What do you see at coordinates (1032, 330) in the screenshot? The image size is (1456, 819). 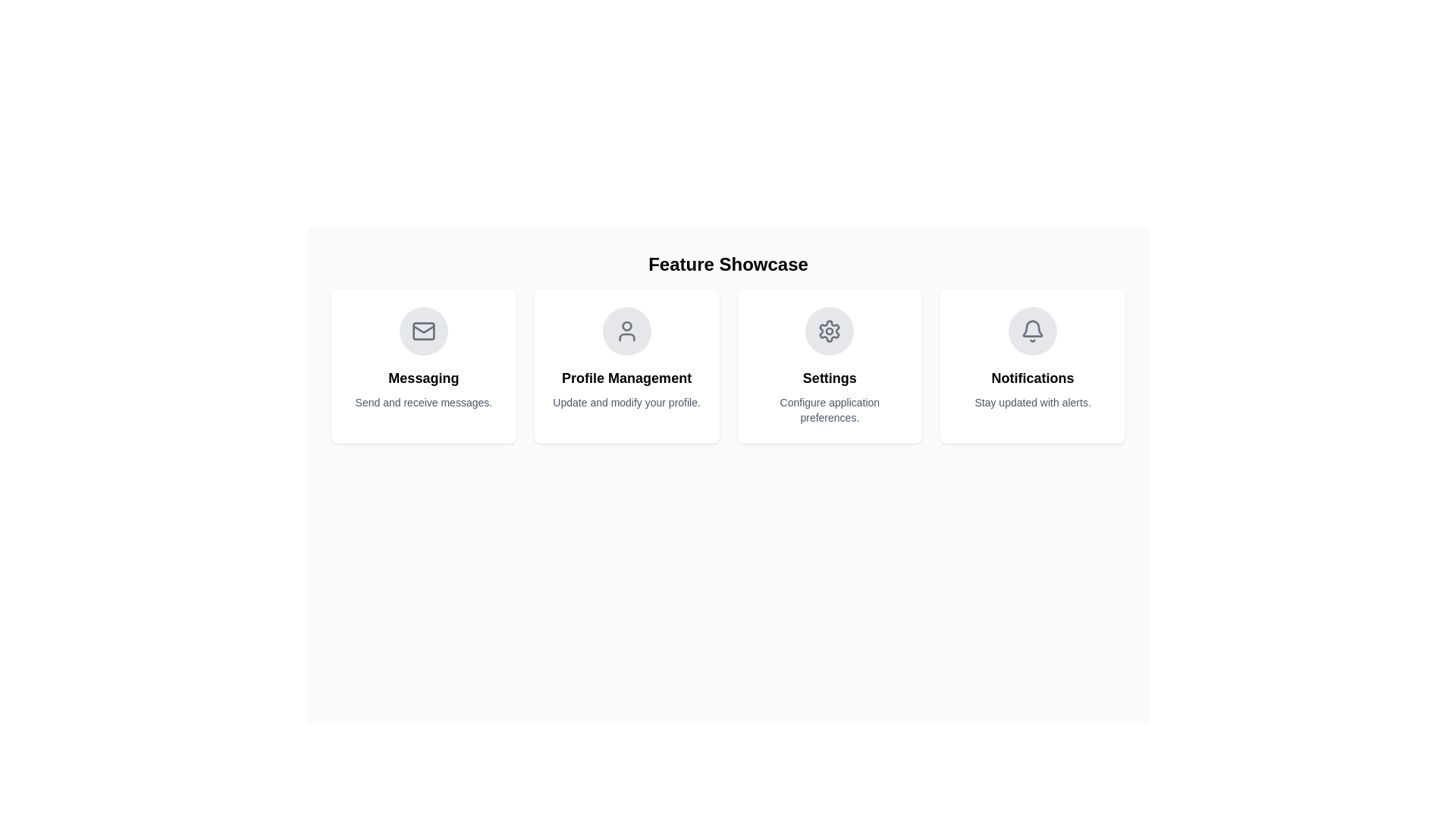 I see `the bell icon located in the center of the circular button on the 'Notifications' feature card, which is the fourth card in the row of the 'Feature Showcase' layout` at bounding box center [1032, 330].